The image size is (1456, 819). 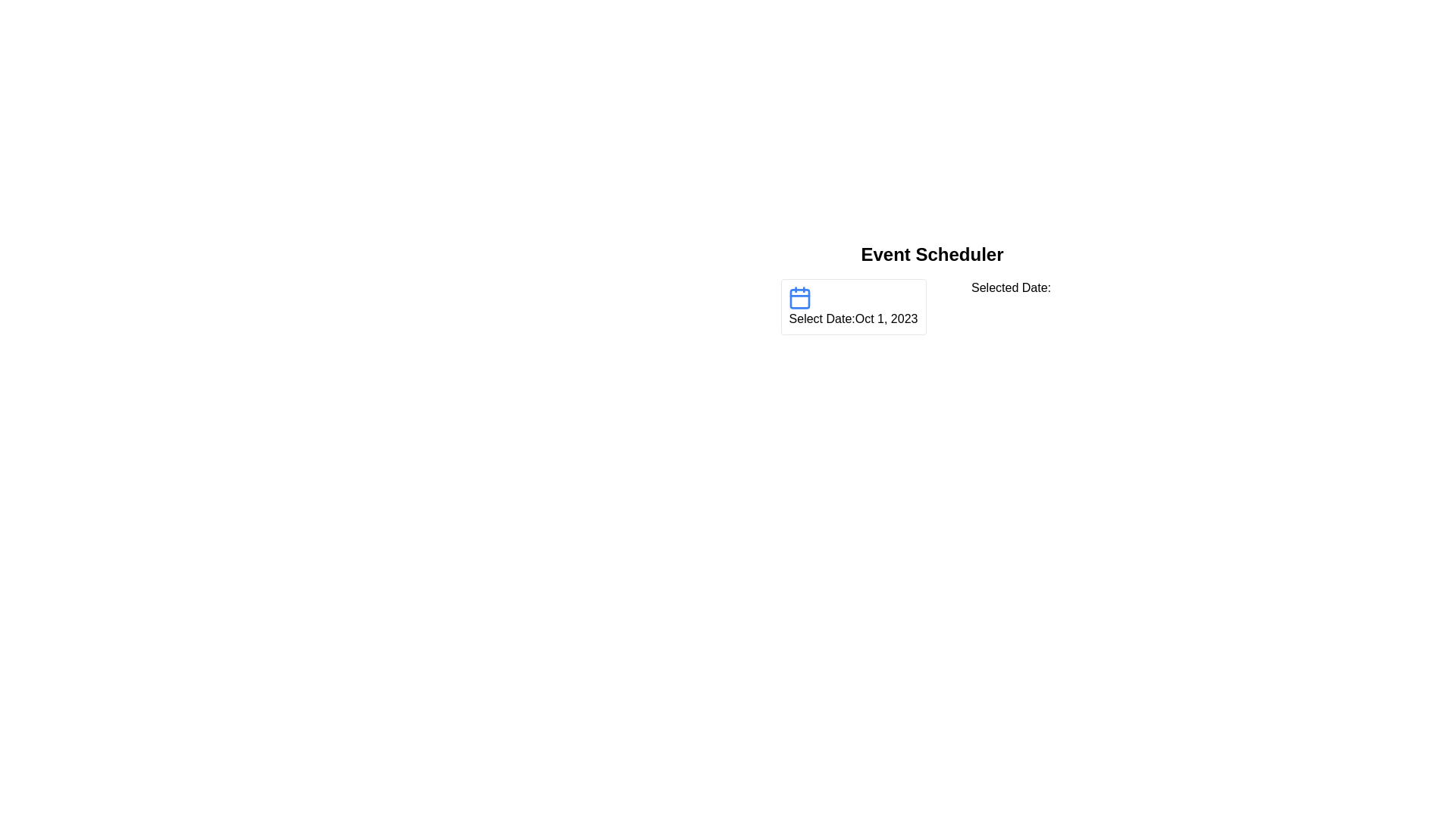 I want to click on Text Label that provides context or description about the selected date, located towards the right and aligned with the date selector widget, so click(x=1011, y=287).